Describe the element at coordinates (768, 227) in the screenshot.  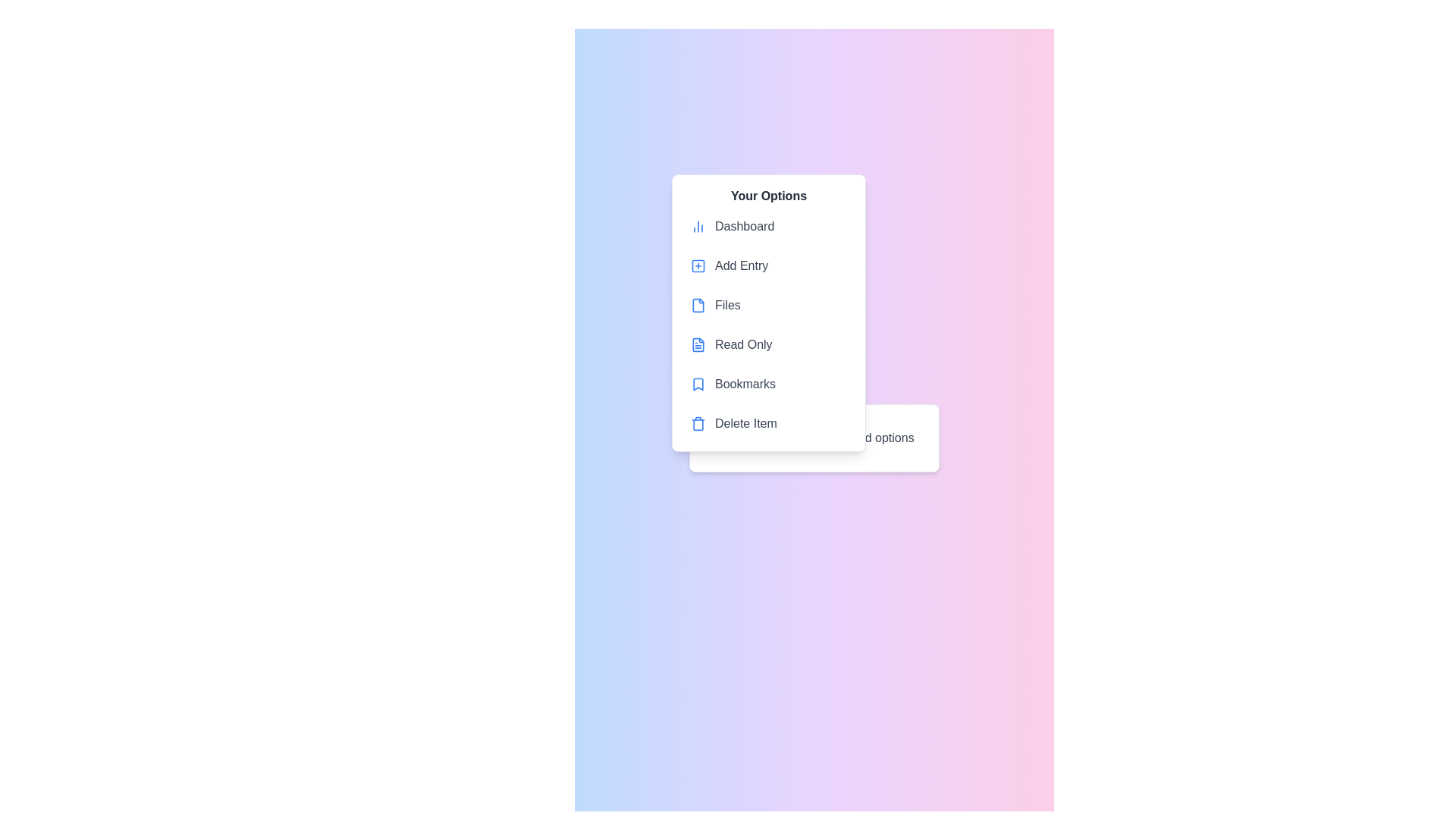
I see `the menu item labeled 'Dashboard' in the context menu` at that location.